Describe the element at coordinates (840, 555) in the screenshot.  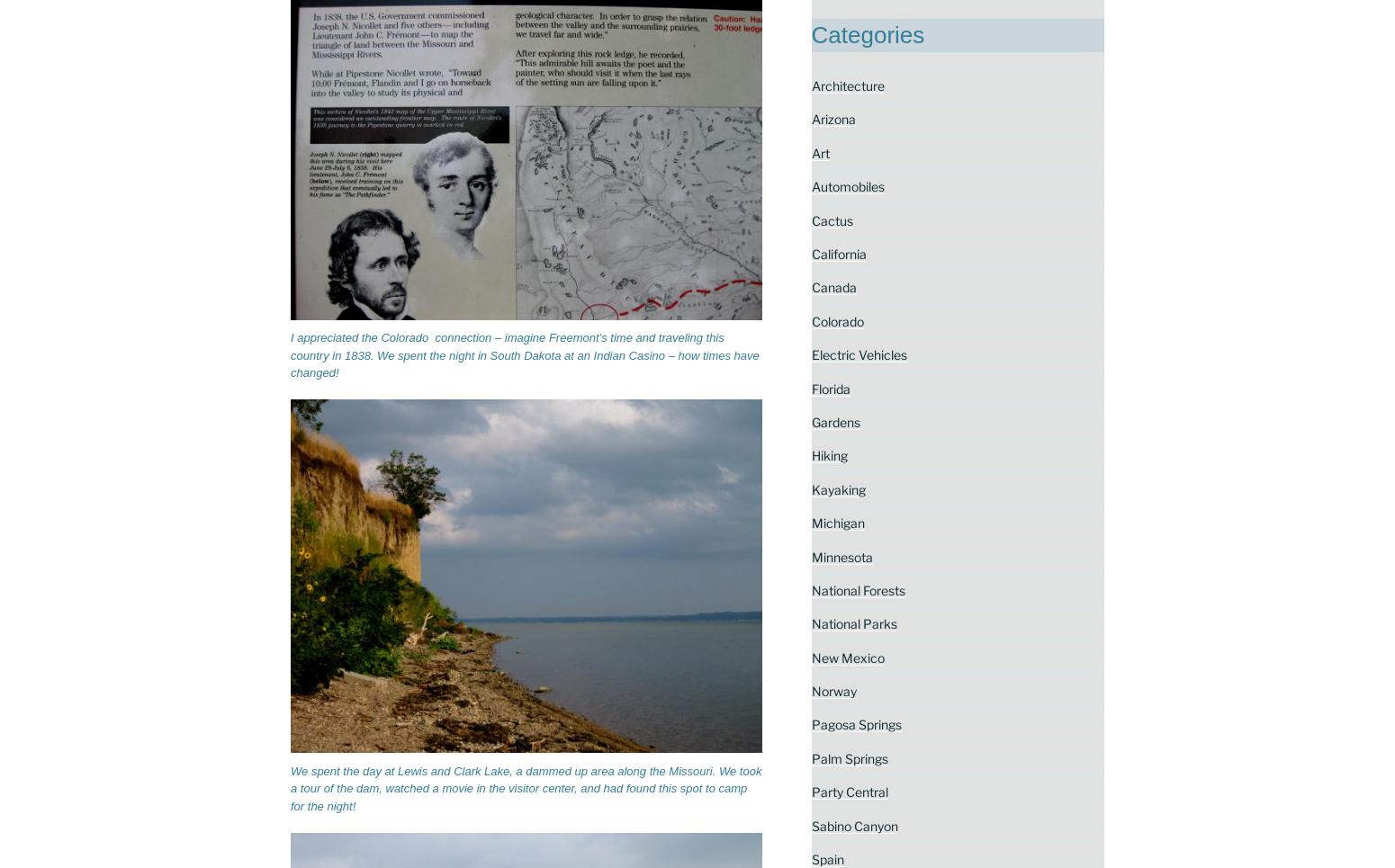
I see `'Minnesota'` at that location.